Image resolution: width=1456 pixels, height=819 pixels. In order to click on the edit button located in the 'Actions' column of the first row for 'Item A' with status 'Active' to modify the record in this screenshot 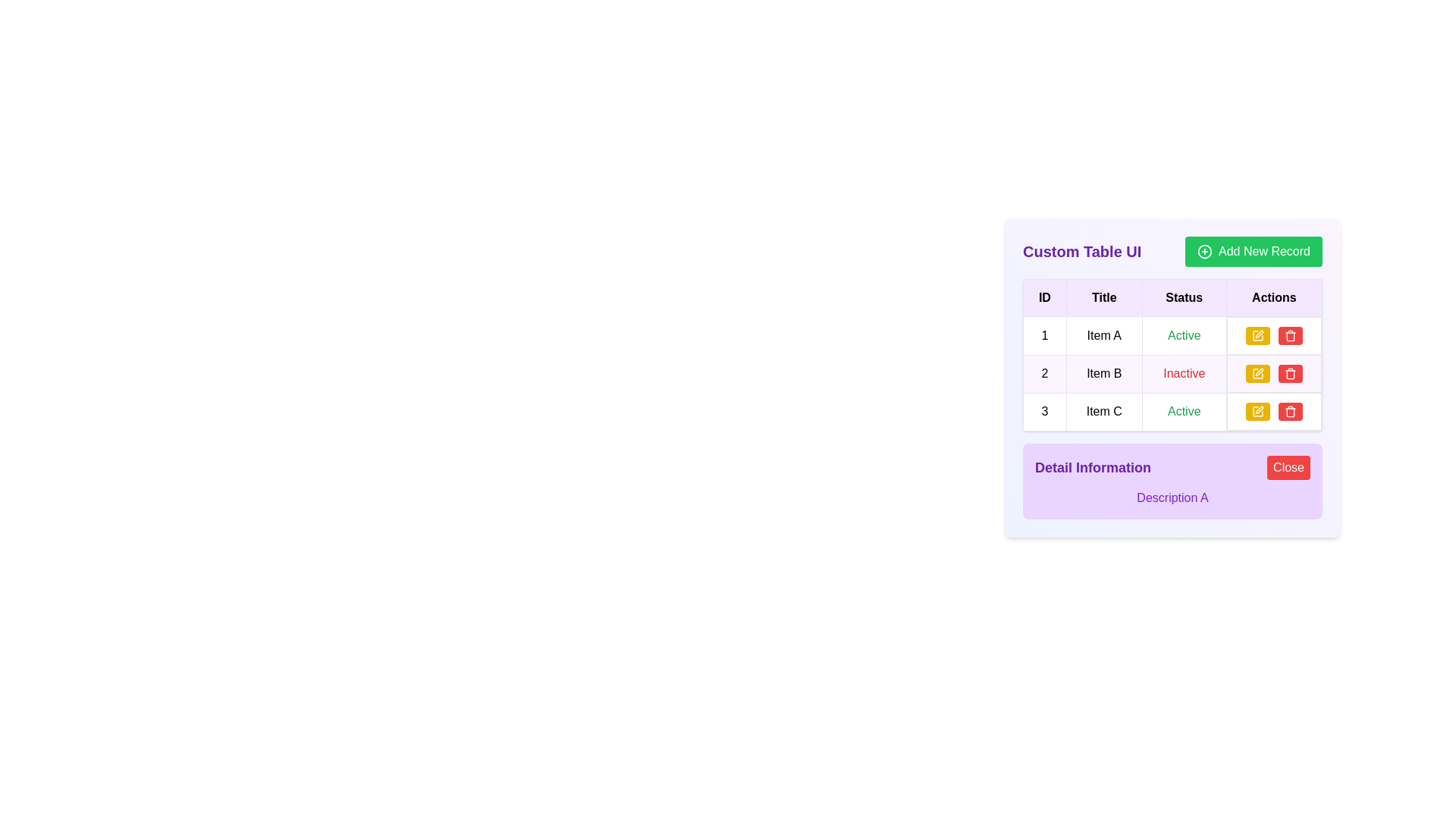, I will do `click(1274, 335)`.